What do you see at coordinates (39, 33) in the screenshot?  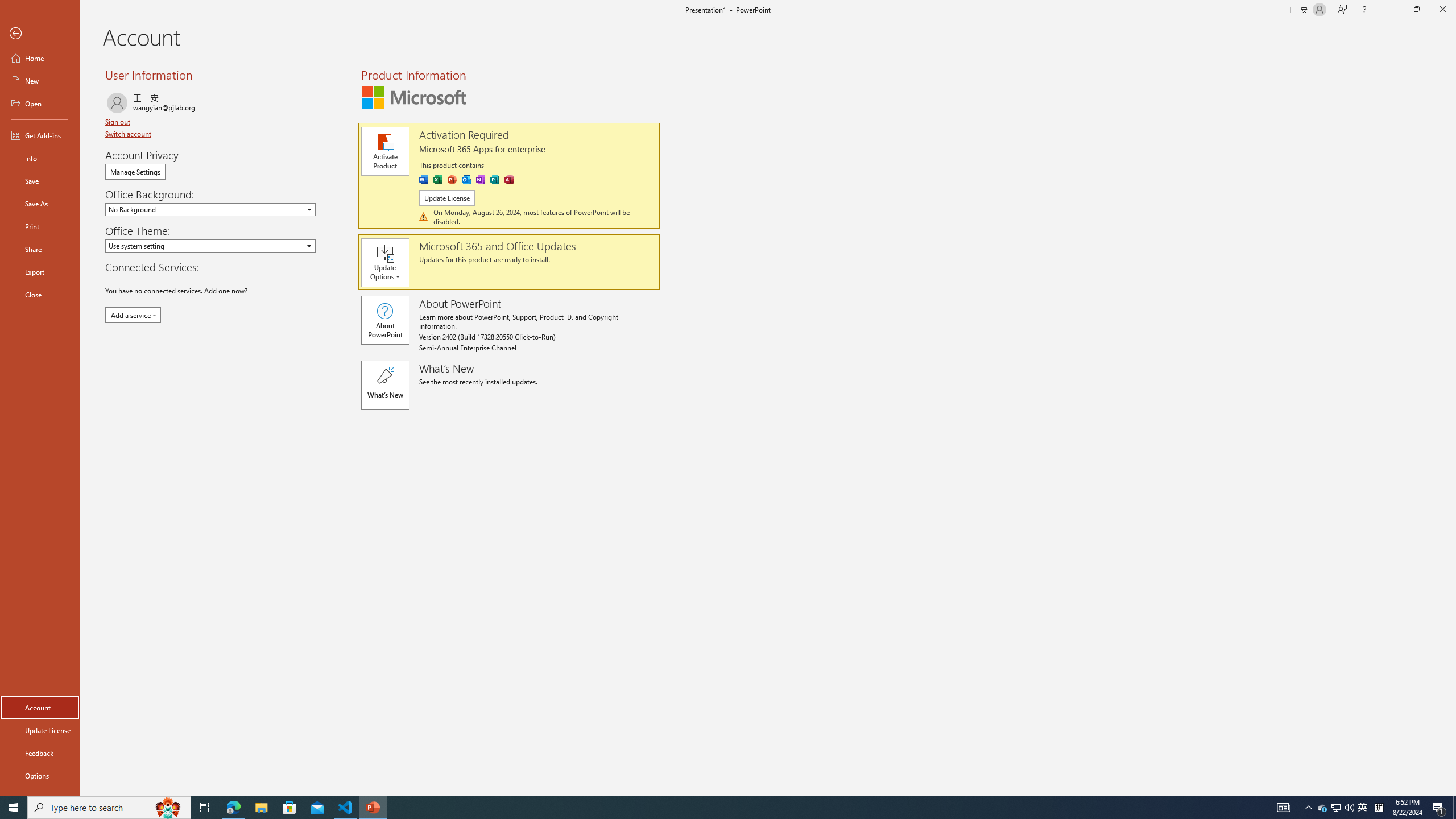 I see `'Back'` at bounding box center [39, 33].